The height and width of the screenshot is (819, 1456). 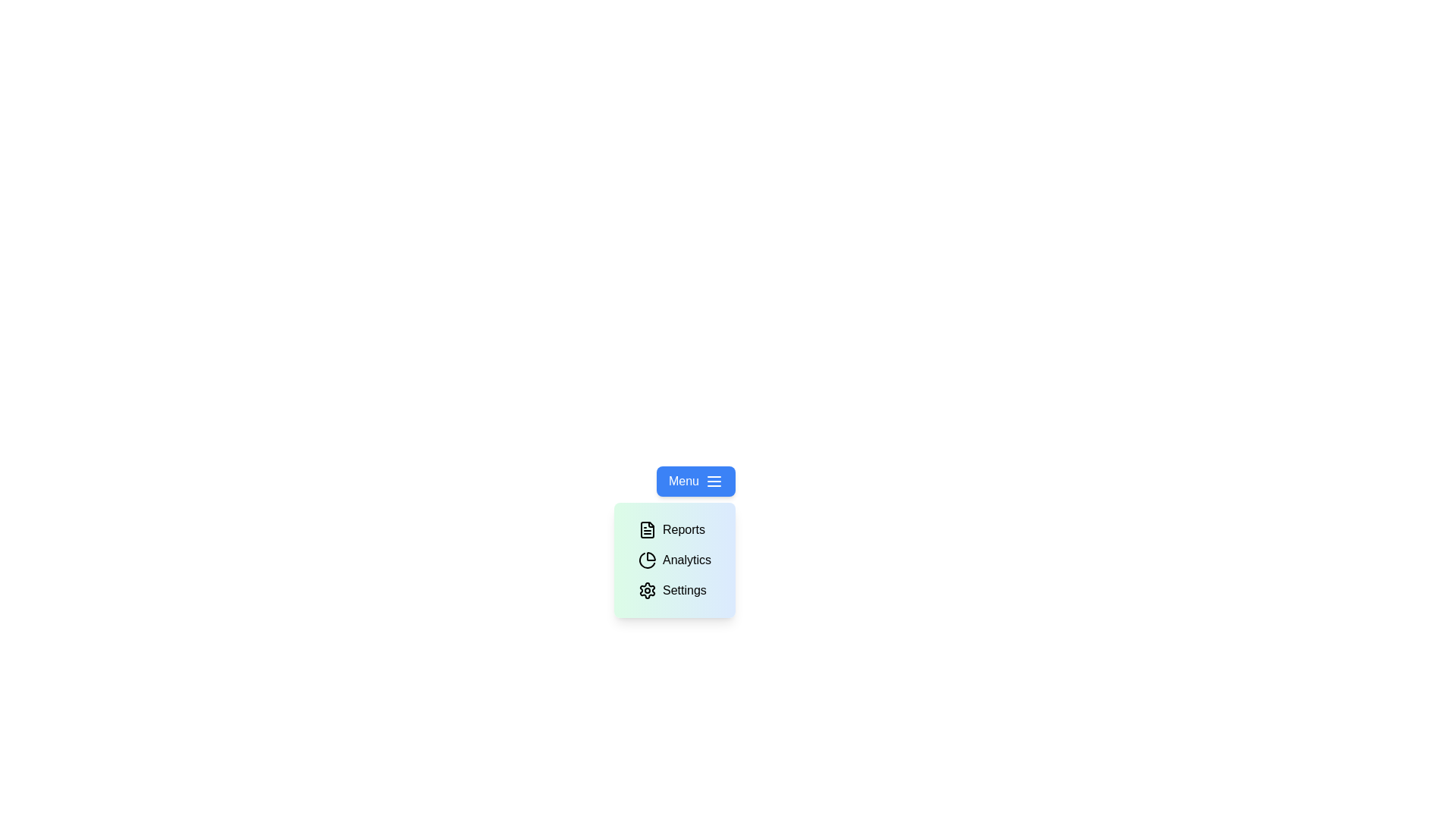 I want to click on the menu item Analytics to observe its hover effect, so click(x=673, y=560).